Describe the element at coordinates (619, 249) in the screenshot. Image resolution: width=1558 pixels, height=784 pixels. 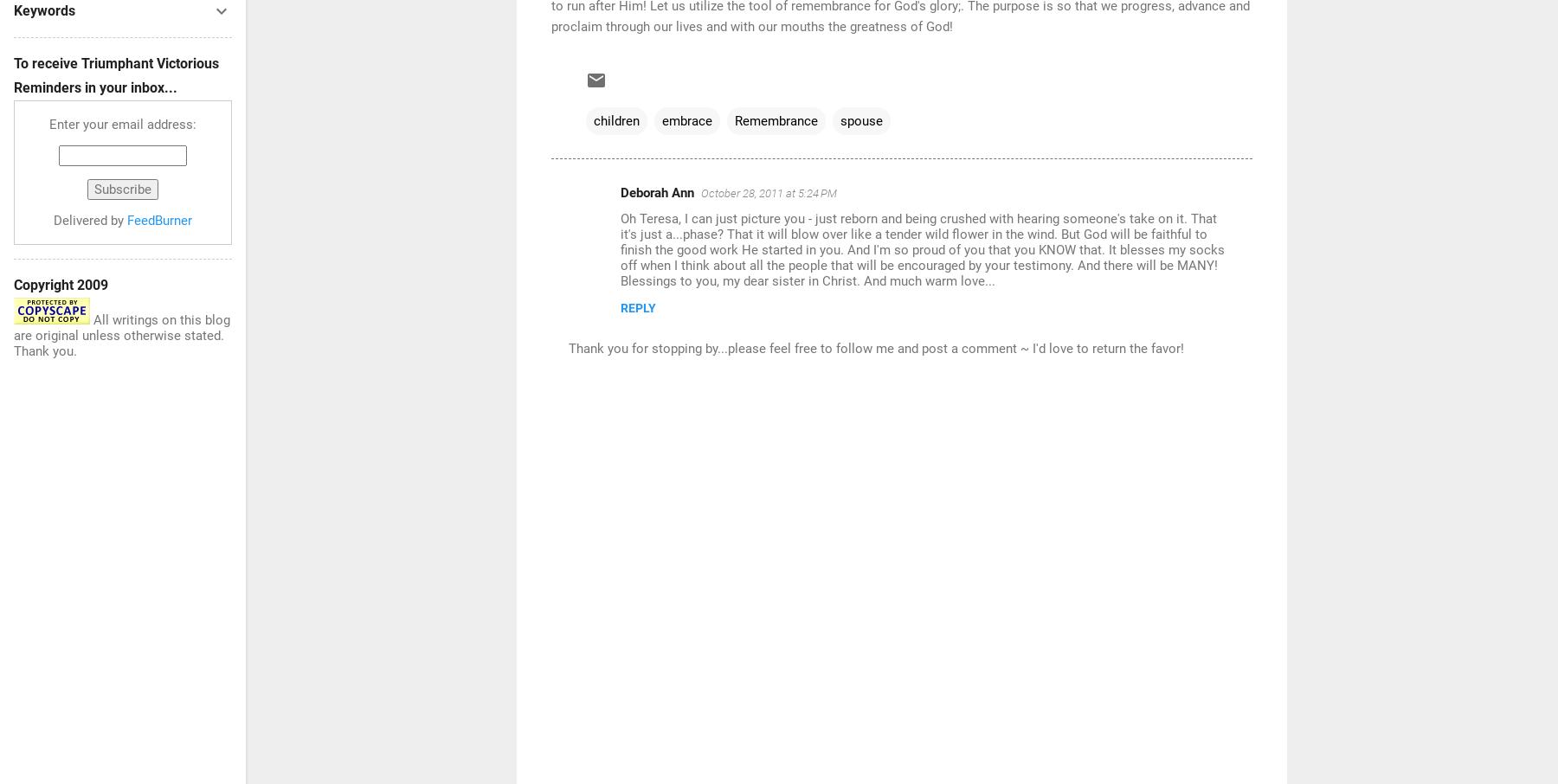
I see `'Oh Teresa, I can just picture you - just reborn and being crushed with hearing someone's take on it. That it's just a...phase? That it will blow over like a tender wild flower in the wind. But God will be faithful to finish the good work He started in you. And I'm so proud of you that you KNOW that. It blesses my socks off when I think about all the people that will be encouraged by your testimony. And there will be MANY! Blessings to you, my dear sister in Christ. And much warm love...'` at that location.